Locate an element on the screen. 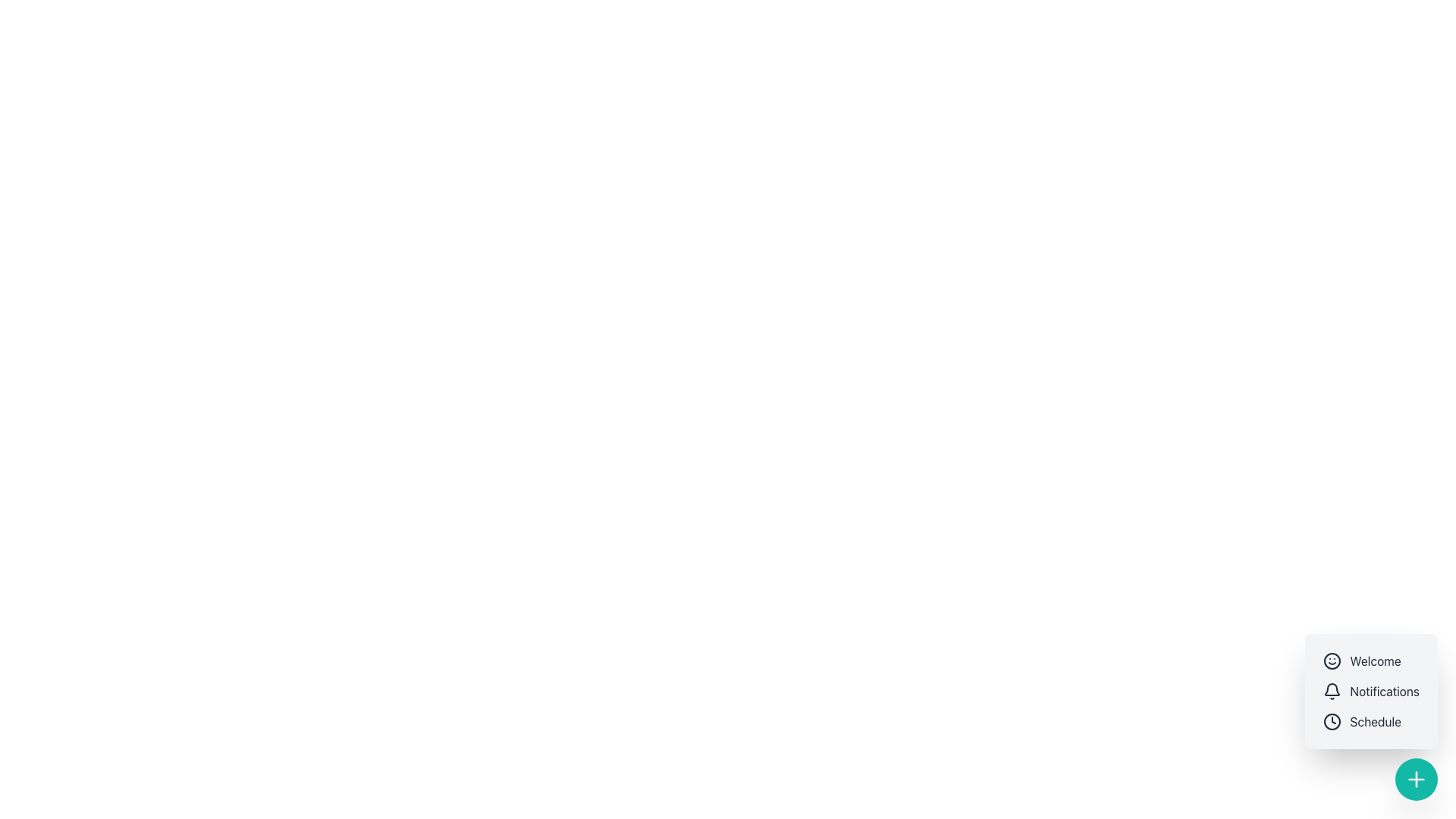  text label displaying 'Schedule' located at the bottom-right corner of the interface, under 'Welcome' and 'Notifications', and to the right of a clock icon is located at coordinates (1376, 721).